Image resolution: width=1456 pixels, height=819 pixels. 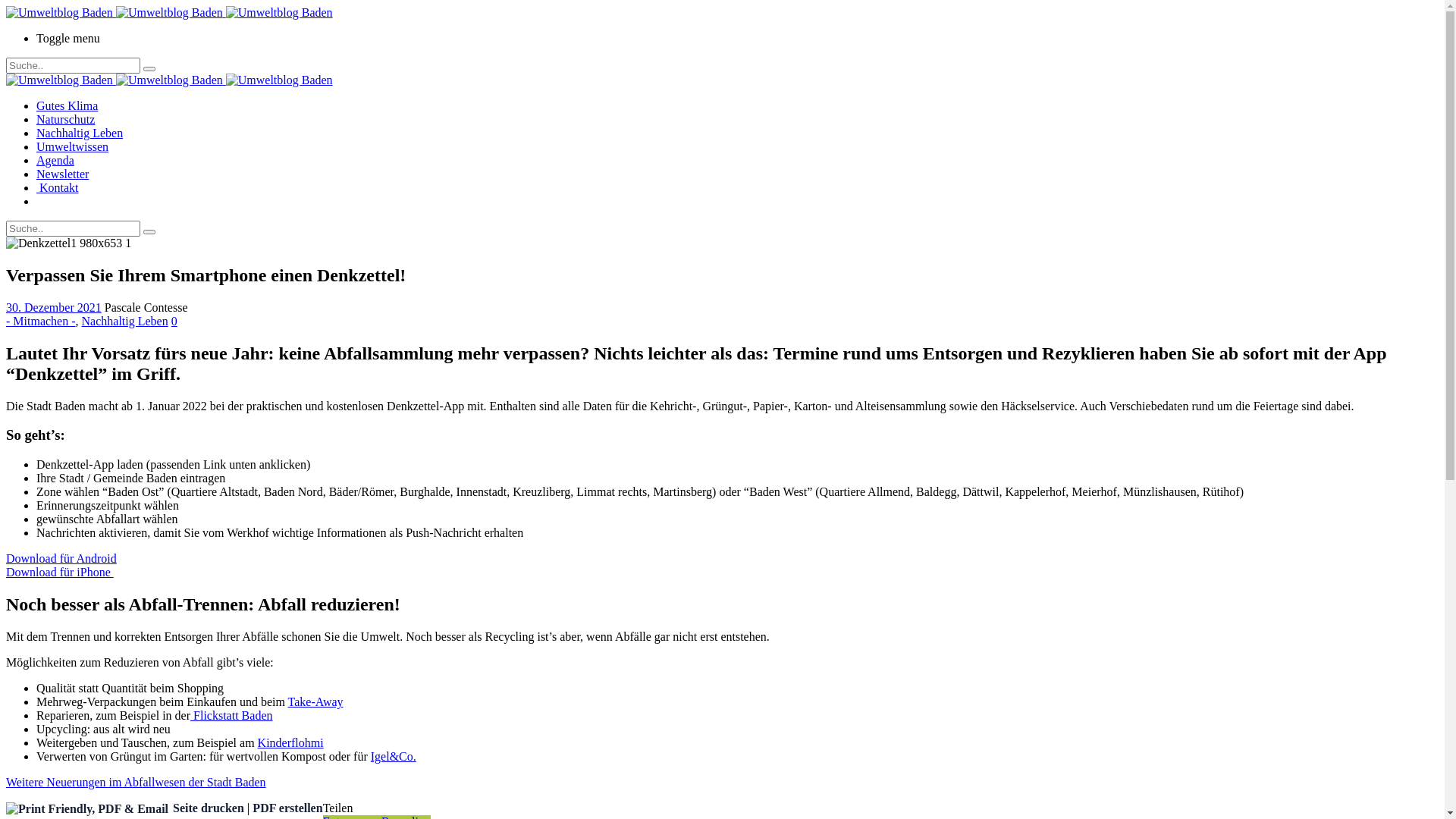 What do you see at coordinates (66, 105) in the screenshot?
I see `'Gutes Klima'` at bounding box center [66, 105].